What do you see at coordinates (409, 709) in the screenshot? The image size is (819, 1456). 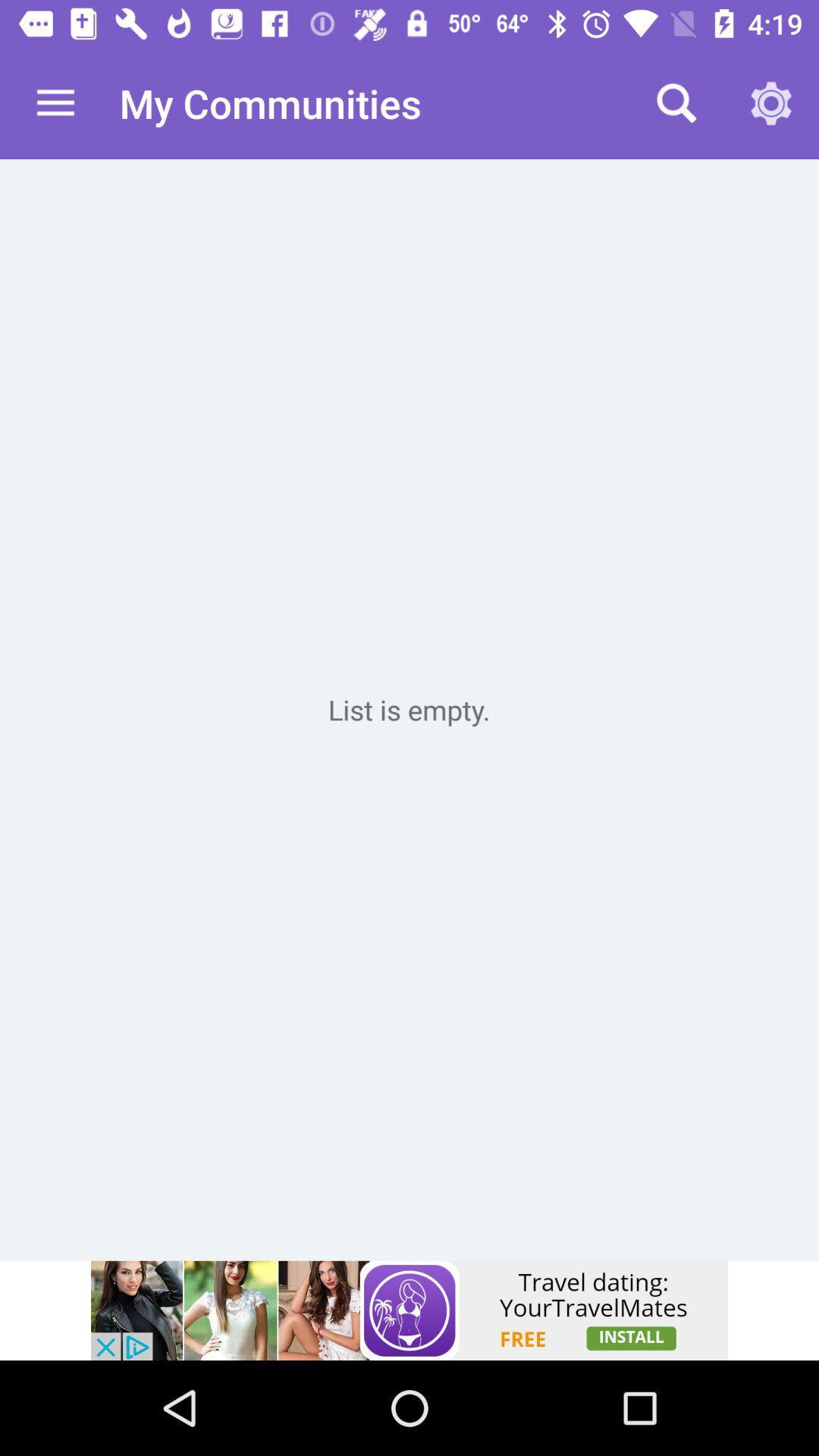 I see `new tab page` at bounding box center [409, 709].